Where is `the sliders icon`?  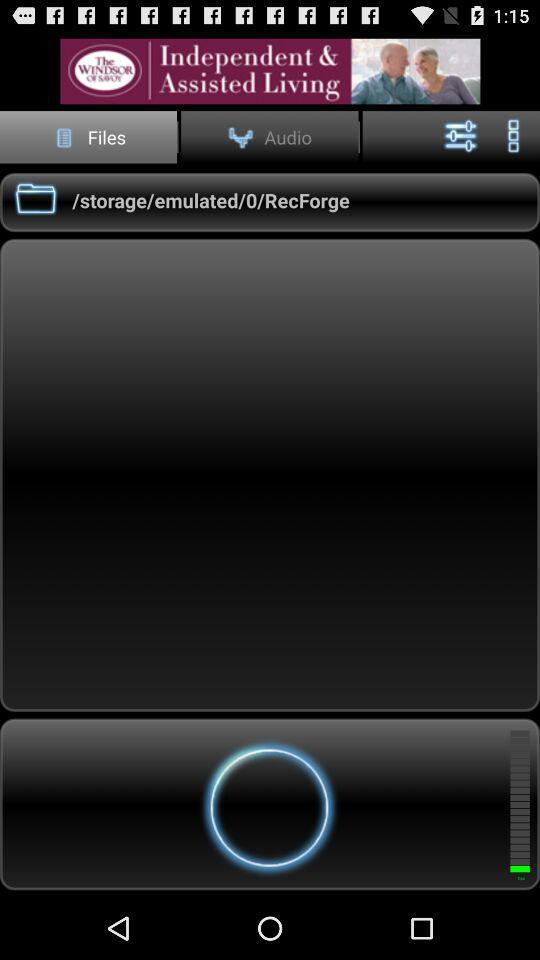
the sliders icon is located at coordinates (461, 144).